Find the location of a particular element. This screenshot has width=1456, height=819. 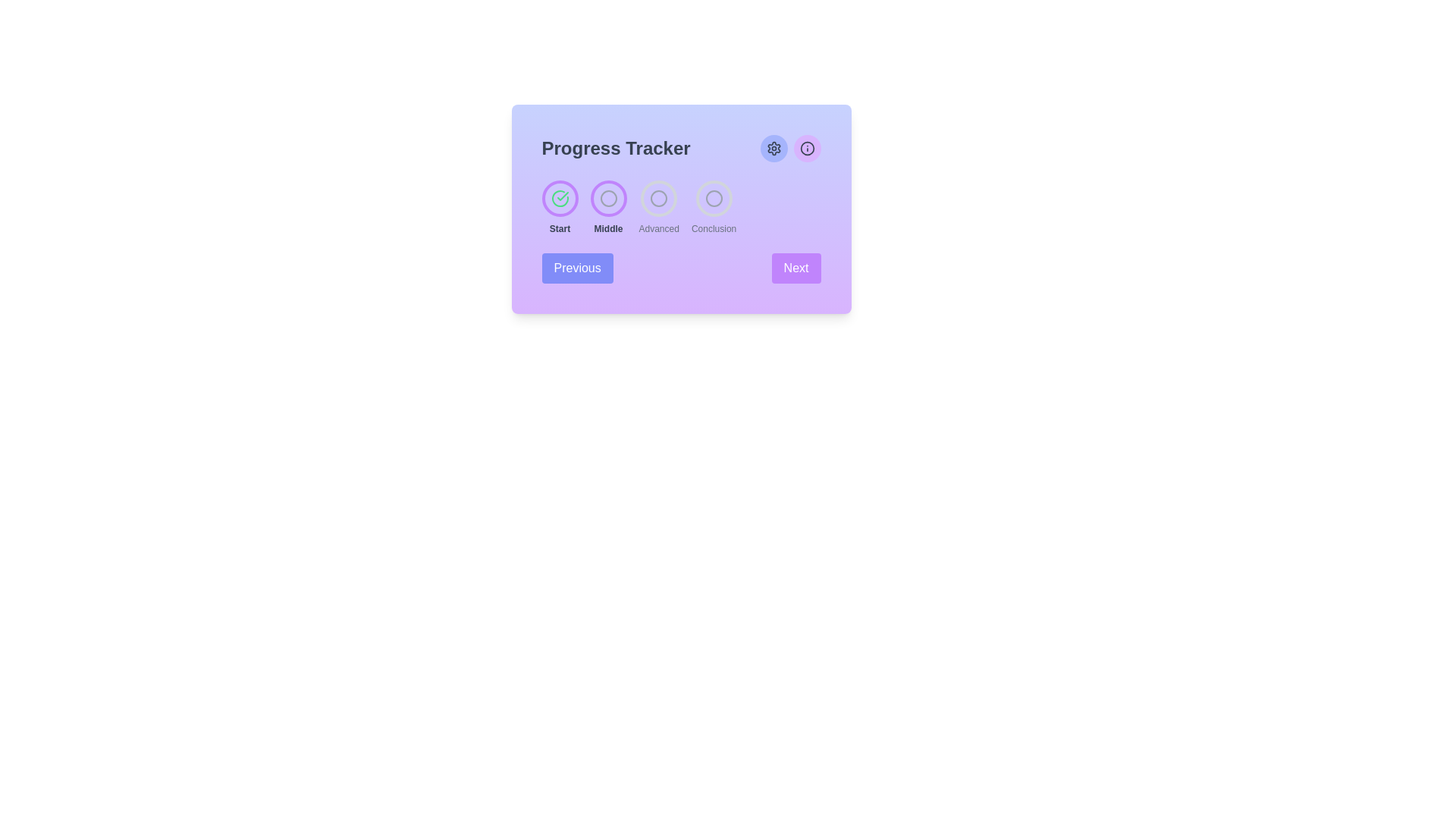

the settings icon located near the top right of the 'Progress Tracker' panel, which is the second icon from the right edge and positioned directly to the left of a circular icon is located at coordinates (773, 149).